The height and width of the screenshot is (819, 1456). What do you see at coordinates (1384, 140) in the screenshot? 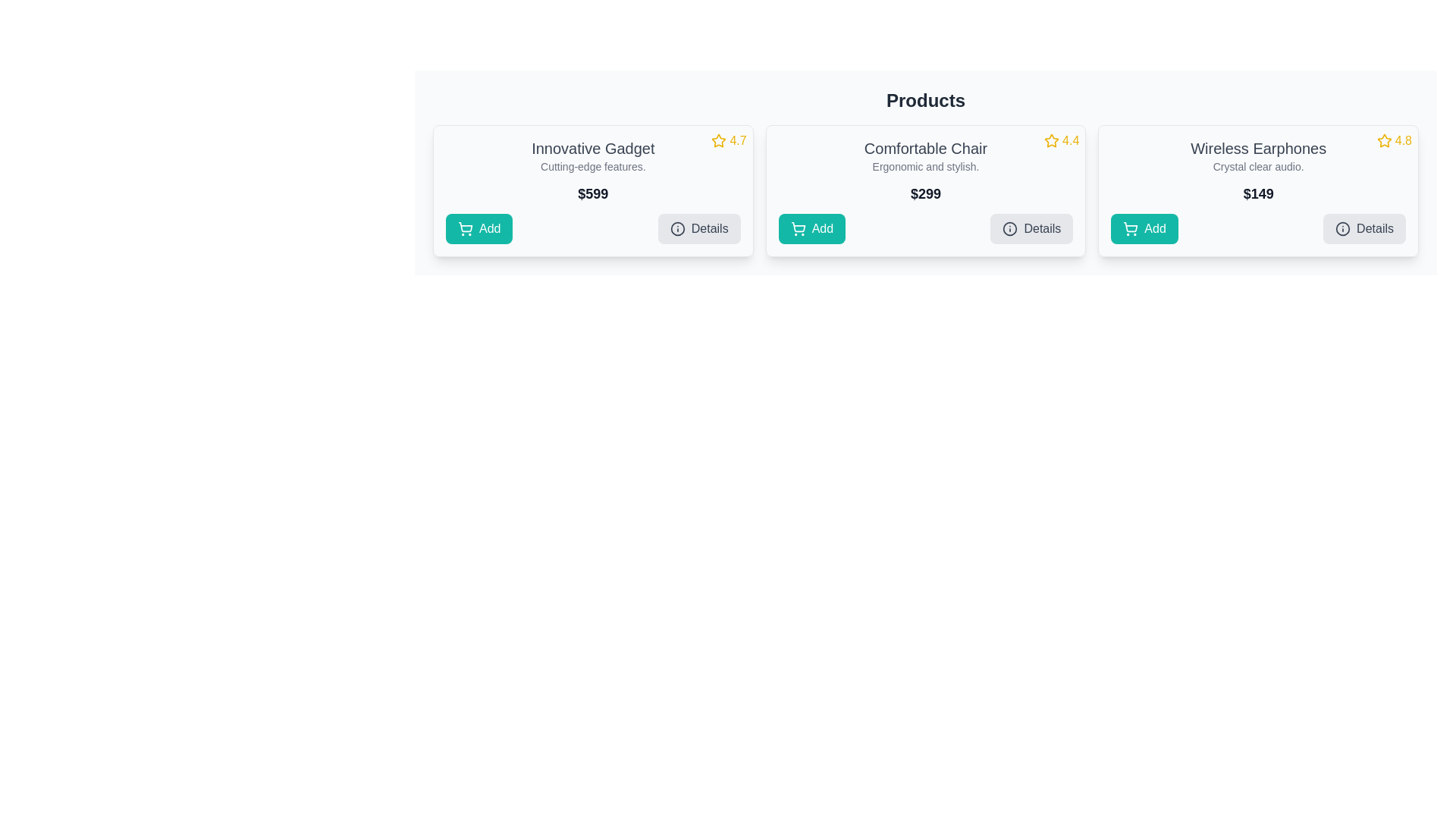
I see `the star icon for rating purposes, located at the top-right corner of the 'Wireless Earphones' product card, adjacent to the '4.8' rating text` at bounding box center [1384, 140].